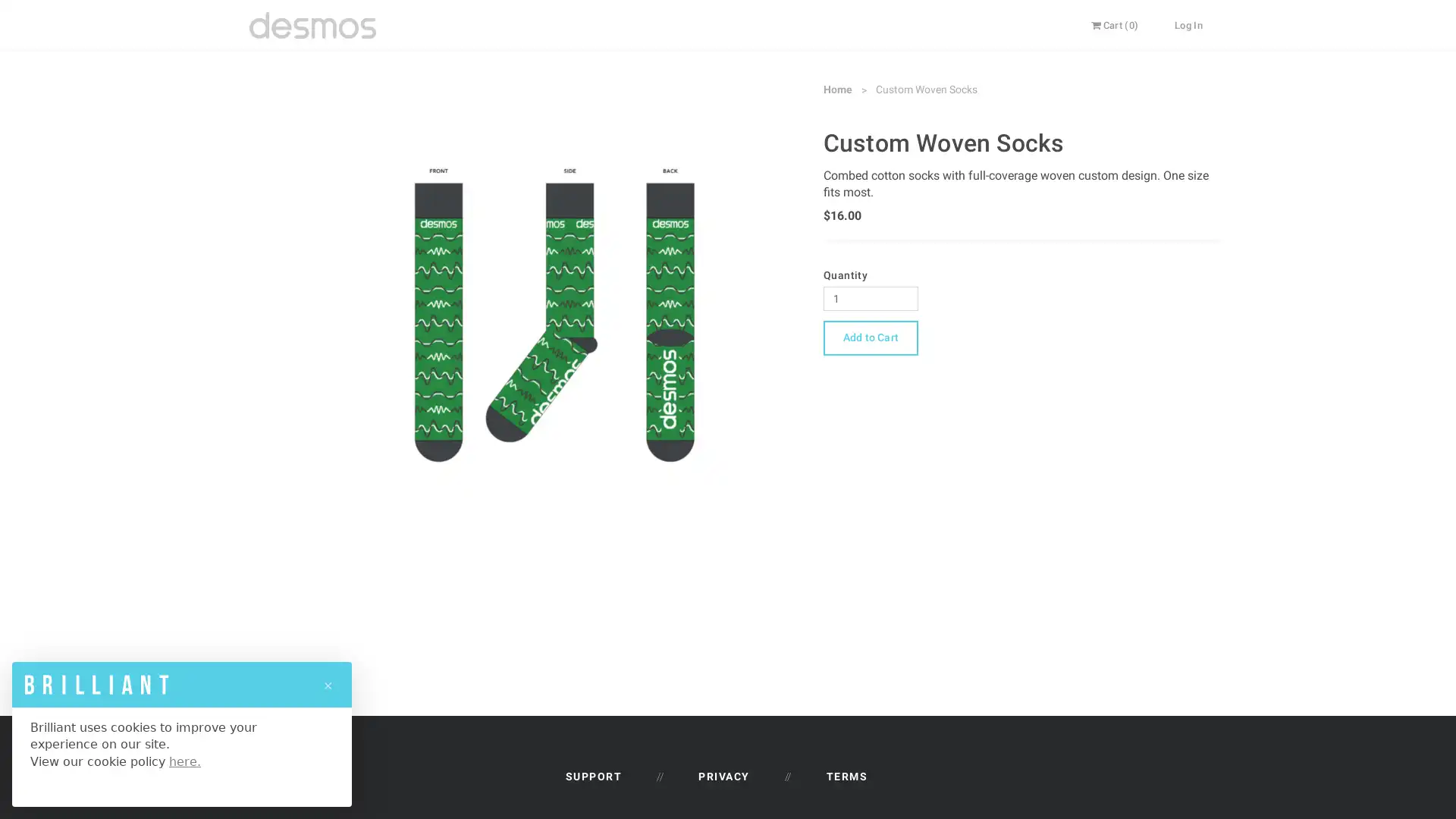 This screenshot has height=819, width=1456. I want to click on Add to Cart, so click(870, 336).